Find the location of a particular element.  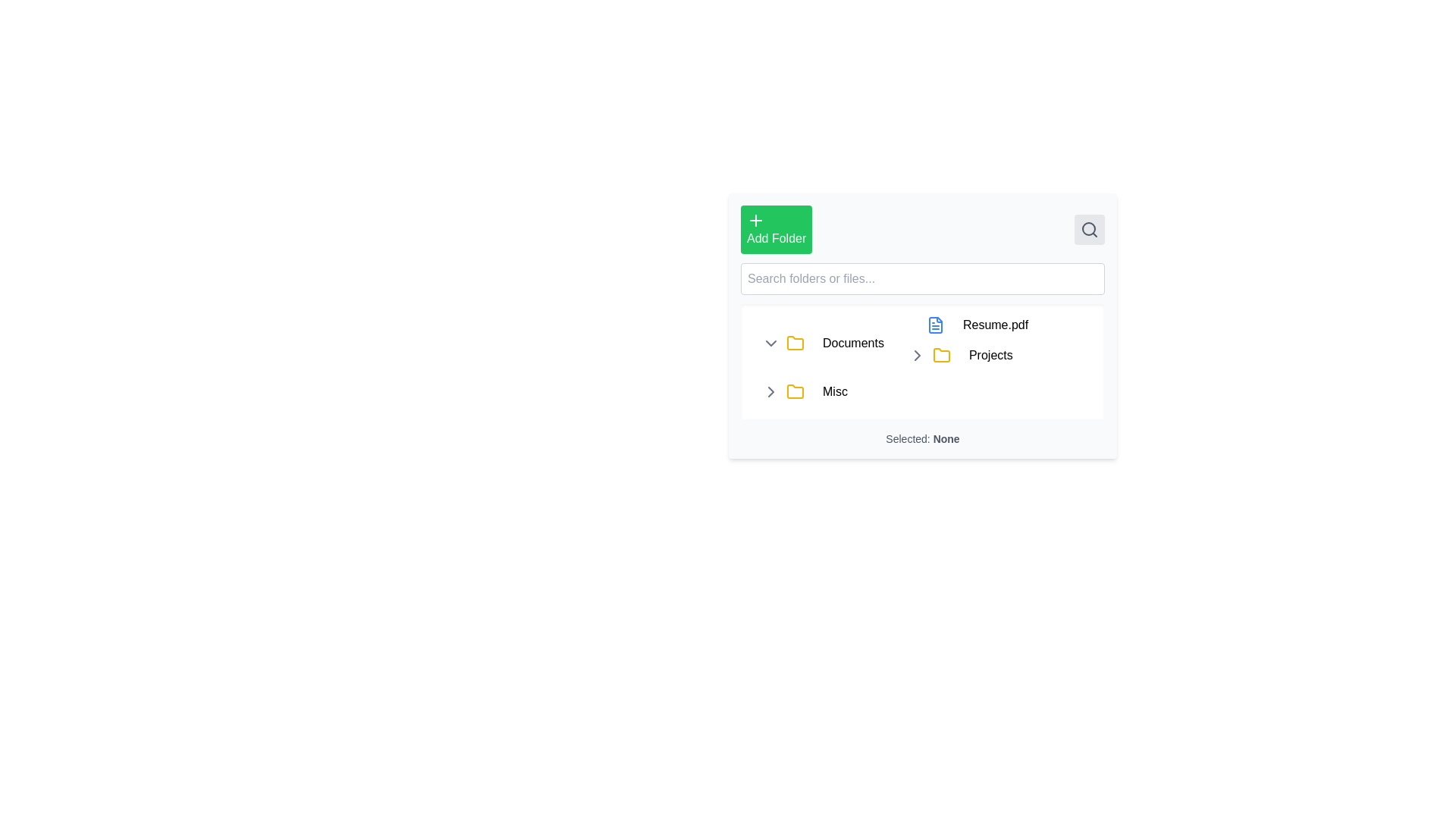

the folder icon located to the left of the 'Documents' text to trigger highlighting or display a tooltip is located at coordinates (795, 391).